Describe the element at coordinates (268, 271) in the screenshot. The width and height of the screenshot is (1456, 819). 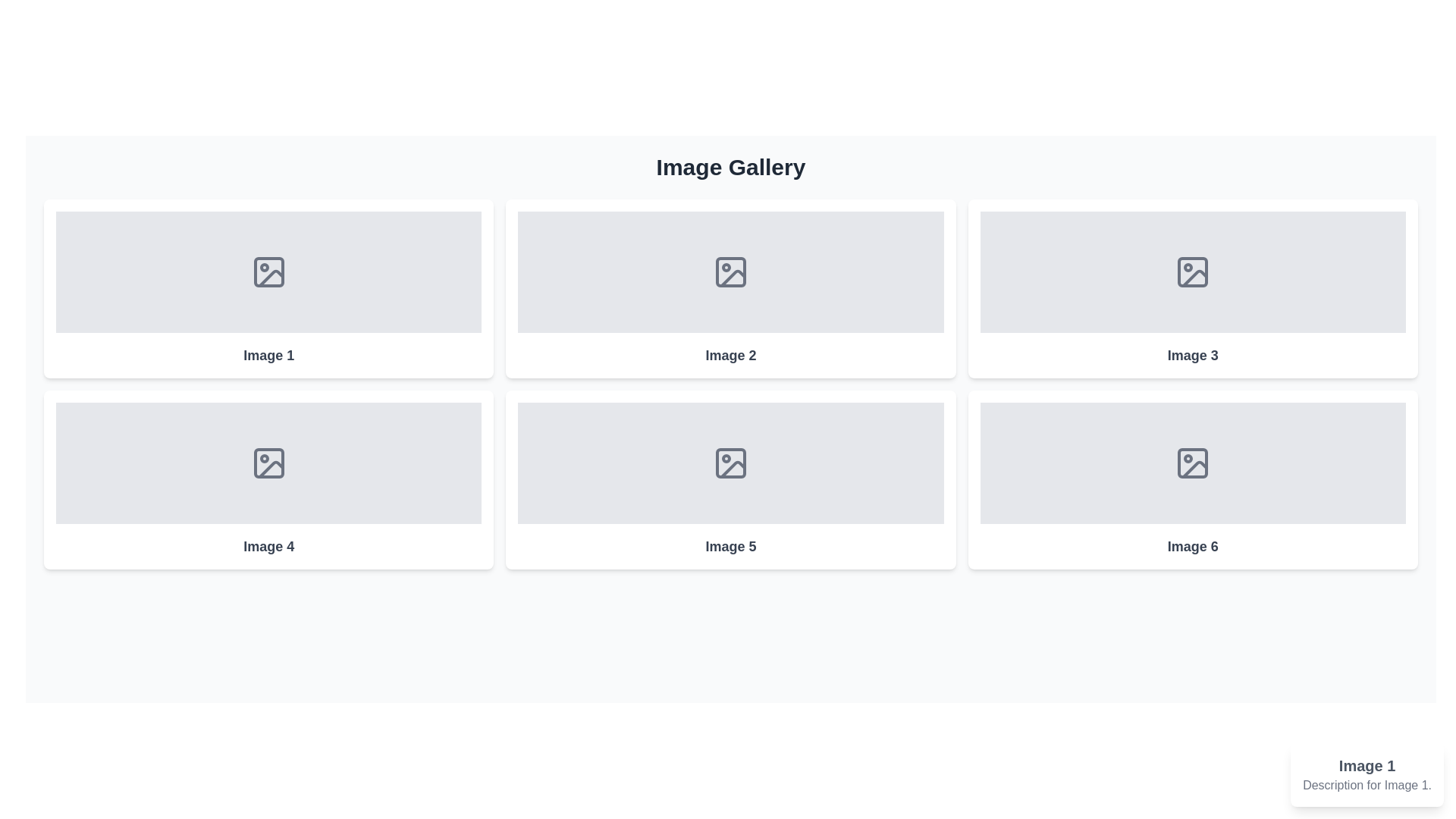
I see `the decorative graphical component of the icon located in the top-left cell labeled 'Image 1' in the gallery layout` at that location.